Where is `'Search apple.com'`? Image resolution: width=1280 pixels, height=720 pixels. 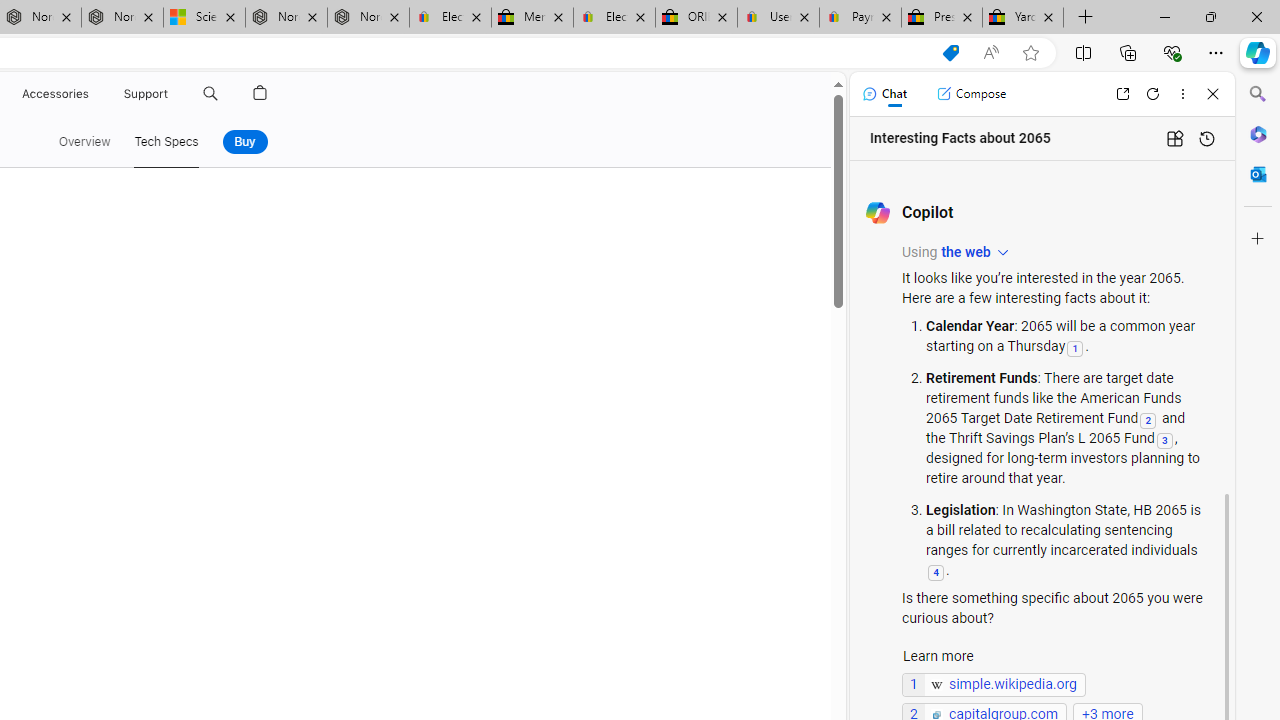 'Search apple.com' is located at coordinates (210, 93).